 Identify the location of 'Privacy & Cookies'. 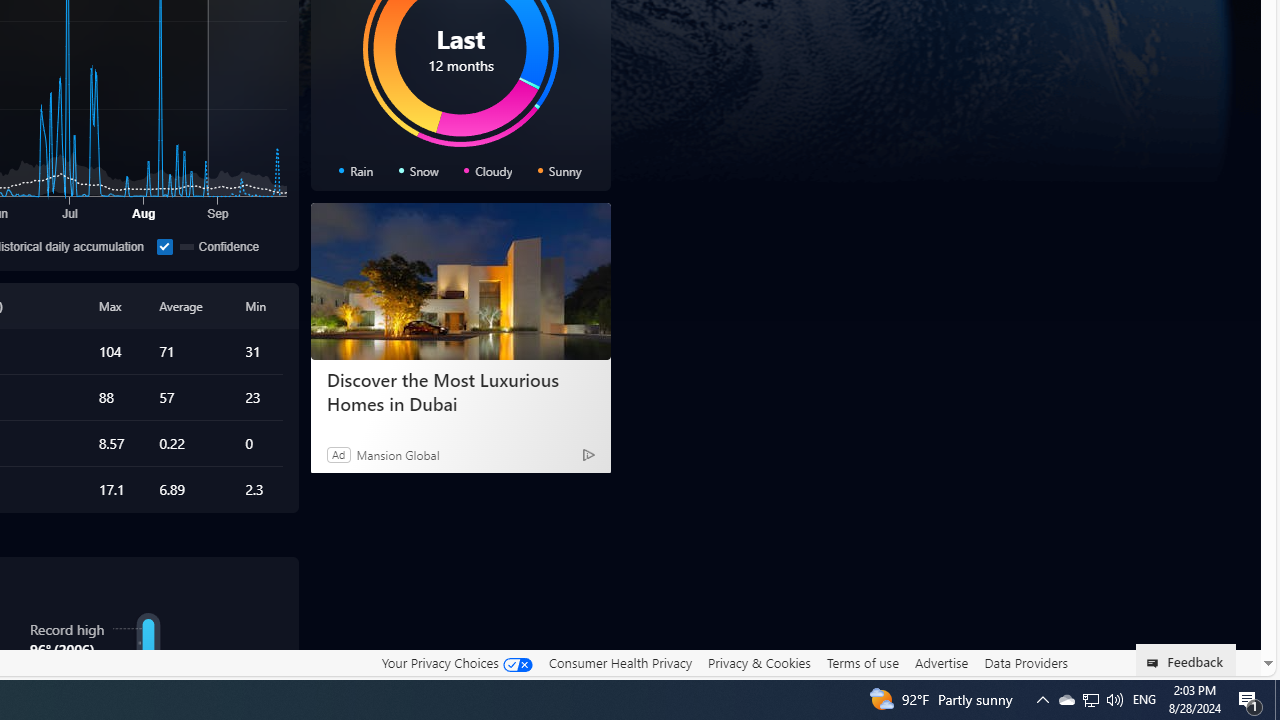
(758, 662).